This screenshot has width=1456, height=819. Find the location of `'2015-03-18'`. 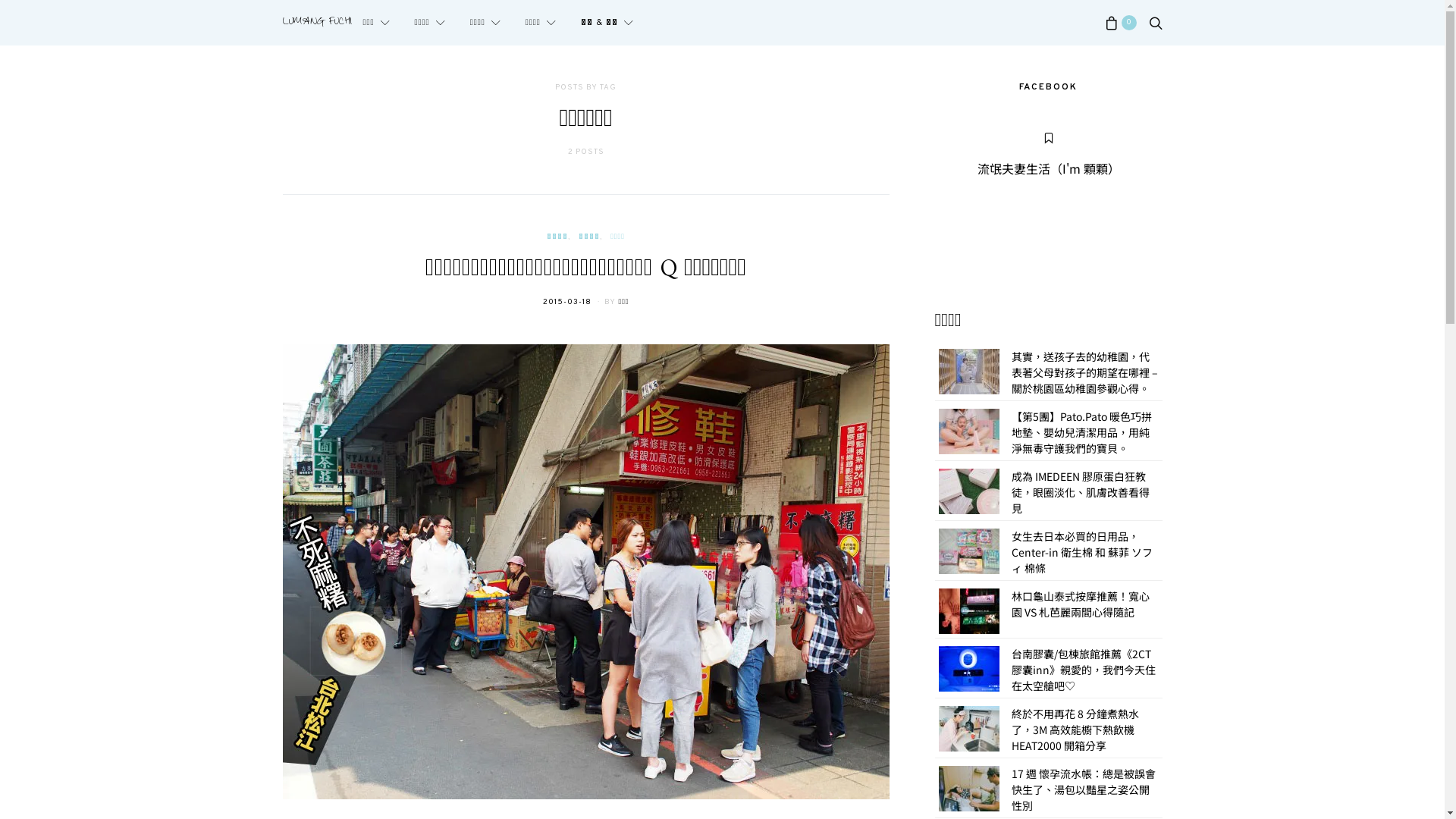

'2015-03-18' is located at coordinates (566, 302).